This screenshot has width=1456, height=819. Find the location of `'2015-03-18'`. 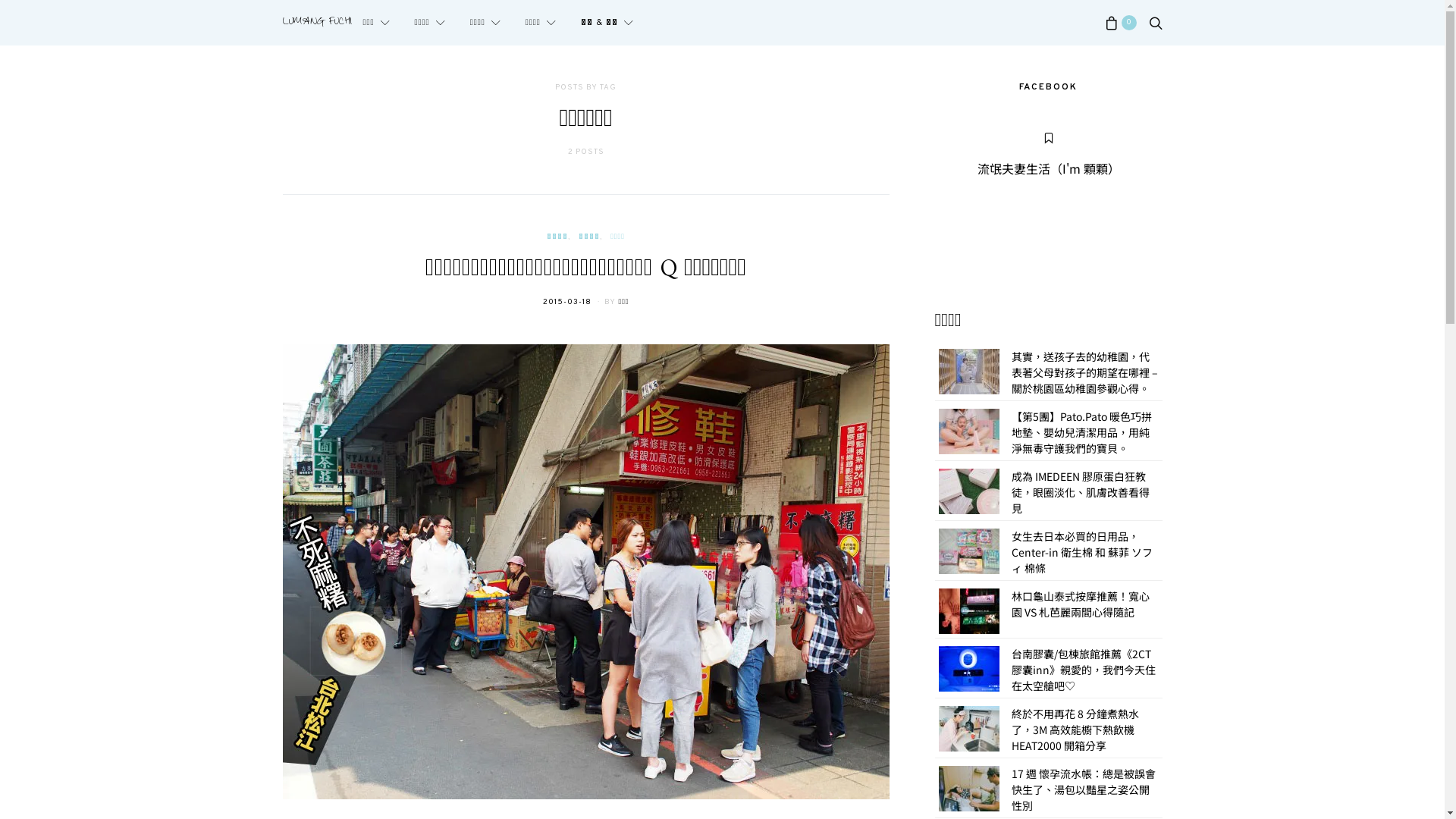

'2015-03-18' is located at coordinates (566, 302).